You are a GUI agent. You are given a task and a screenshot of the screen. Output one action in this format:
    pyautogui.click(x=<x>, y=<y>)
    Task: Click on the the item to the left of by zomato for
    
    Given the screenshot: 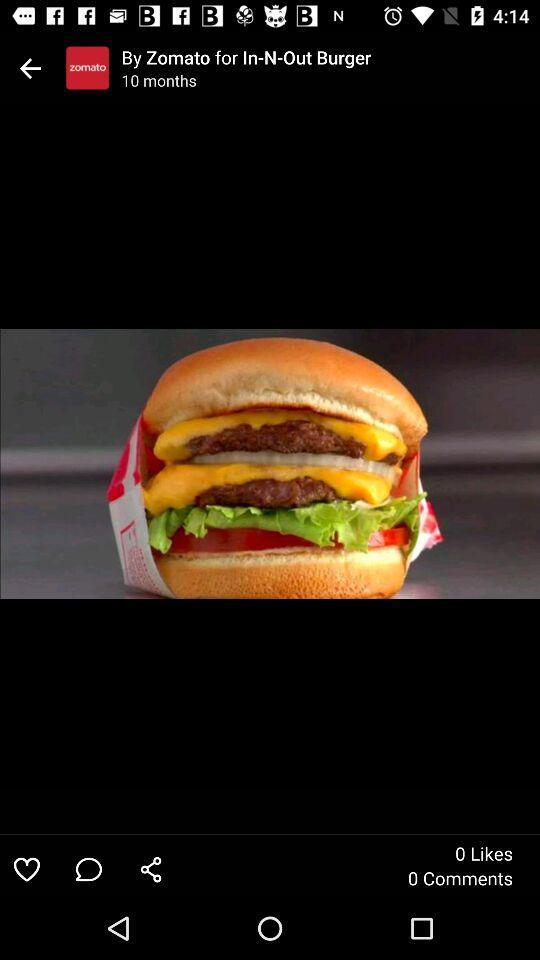 What is the action you would take?
    pyautogui.click(x=86, y=68)
    